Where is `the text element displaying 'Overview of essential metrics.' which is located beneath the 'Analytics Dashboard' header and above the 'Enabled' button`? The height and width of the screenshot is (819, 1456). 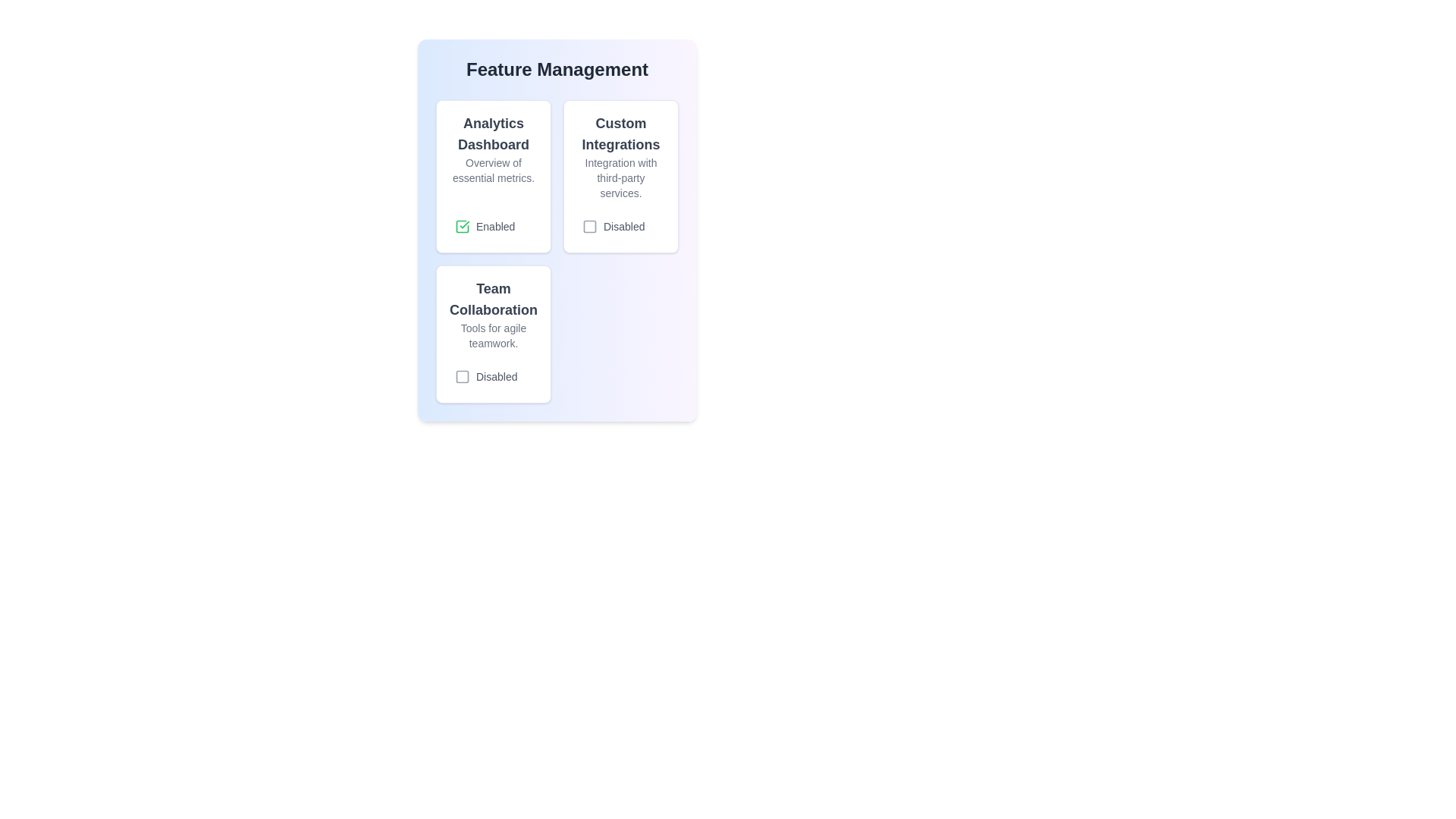 the text element displaying 'Overview of essential metrics.' which is located beneath the 'Analytics Dashboard' header and above the 'Enabled' button is located at coordinates (494, 170).